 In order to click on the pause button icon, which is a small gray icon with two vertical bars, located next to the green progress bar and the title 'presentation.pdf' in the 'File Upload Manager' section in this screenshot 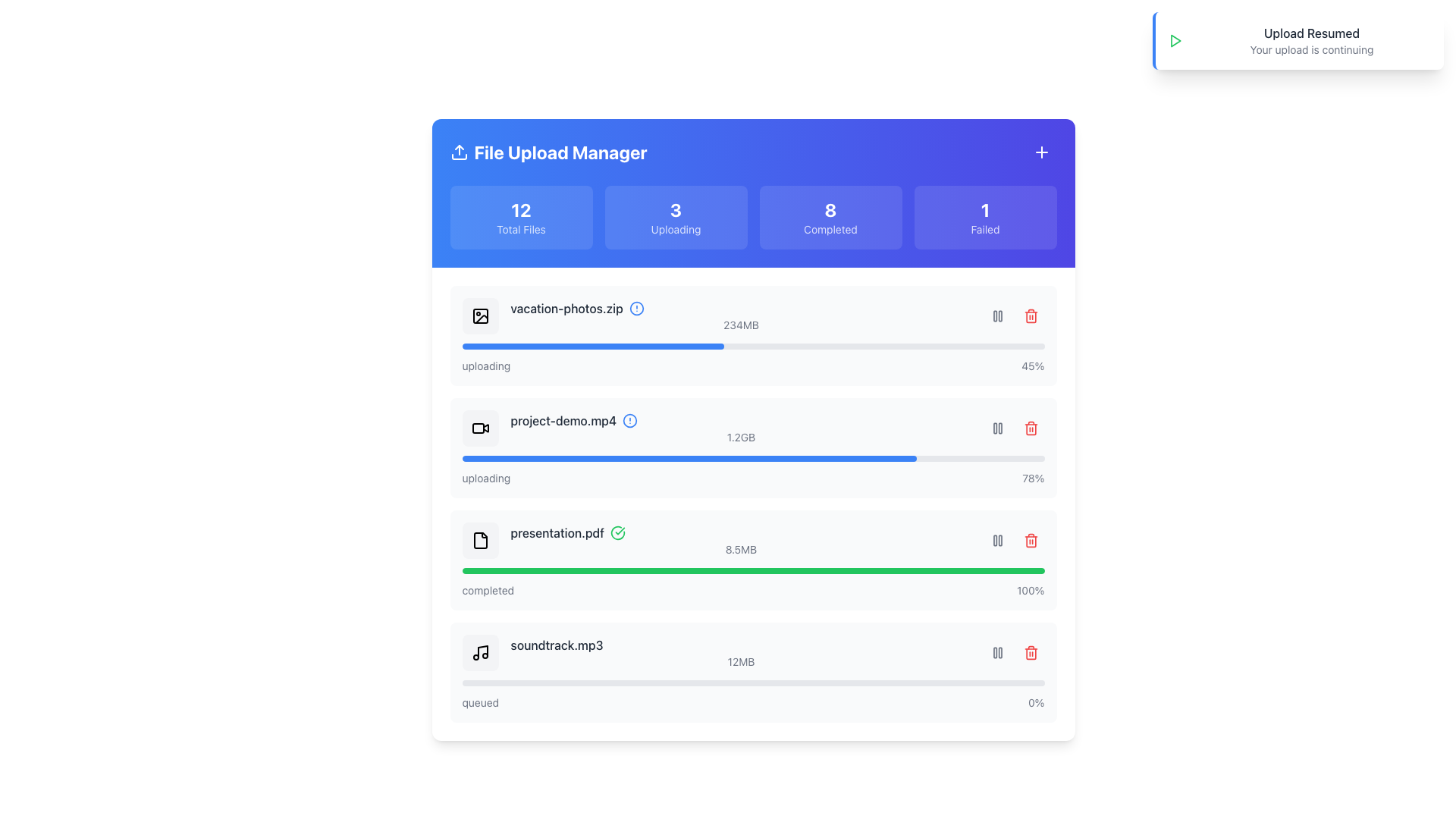, I will do `click(997, 540)`.